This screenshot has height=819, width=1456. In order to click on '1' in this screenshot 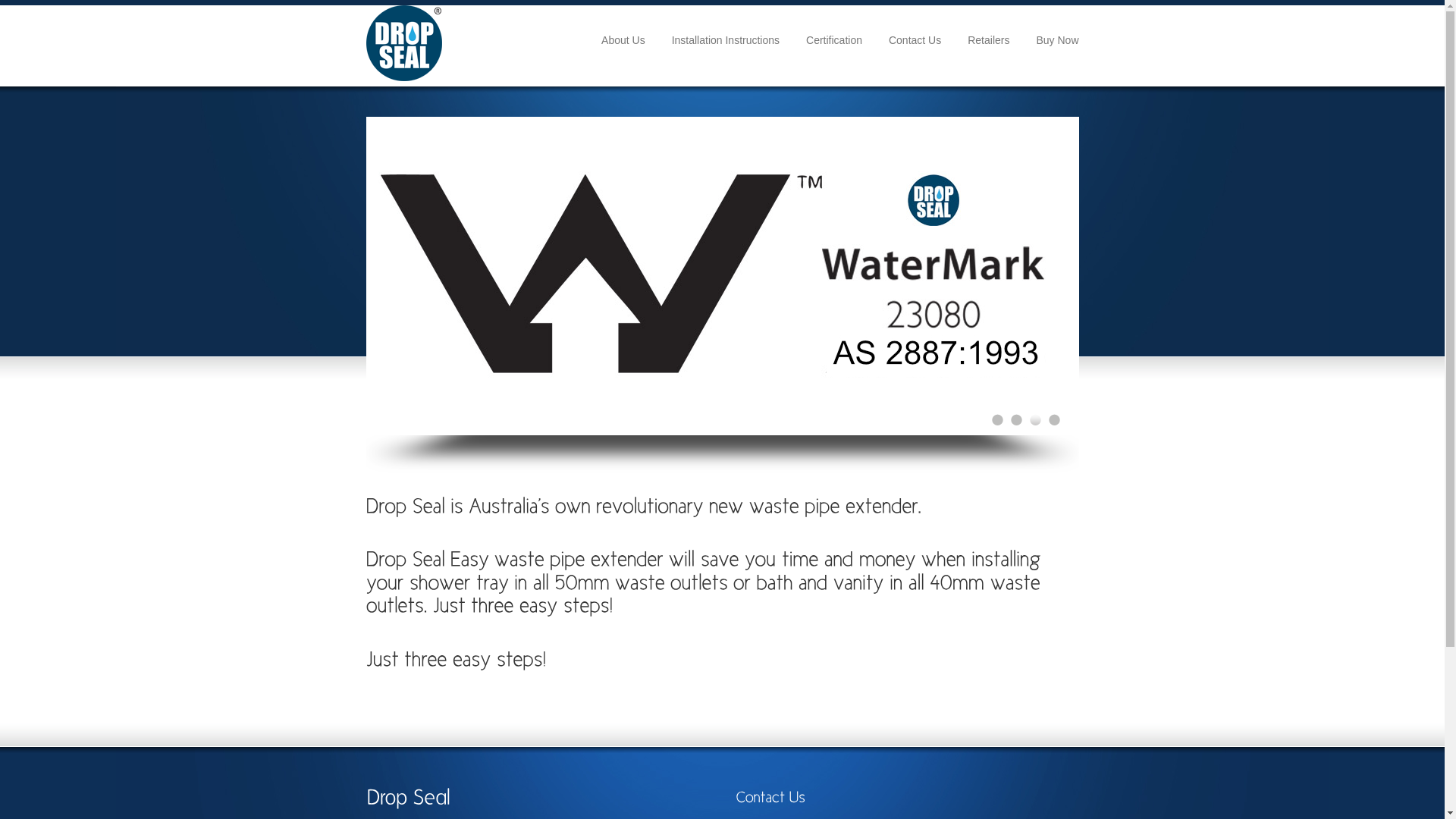, I will do `click(997, 419)`.